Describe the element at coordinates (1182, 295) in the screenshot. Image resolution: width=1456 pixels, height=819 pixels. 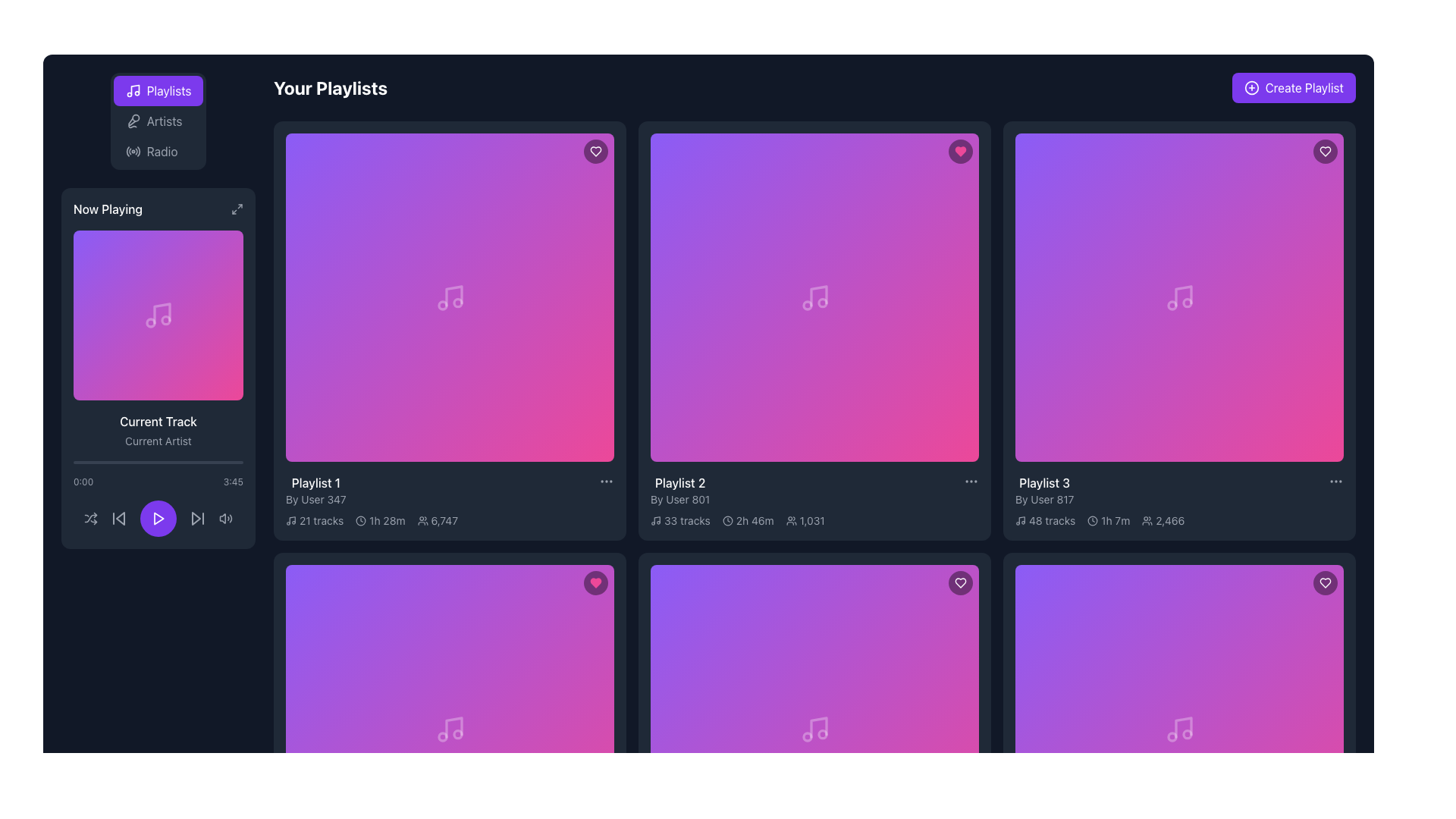
I see `the vertical line segment of the music note icon that is part of the 'Playlist 3' representation` at that location.